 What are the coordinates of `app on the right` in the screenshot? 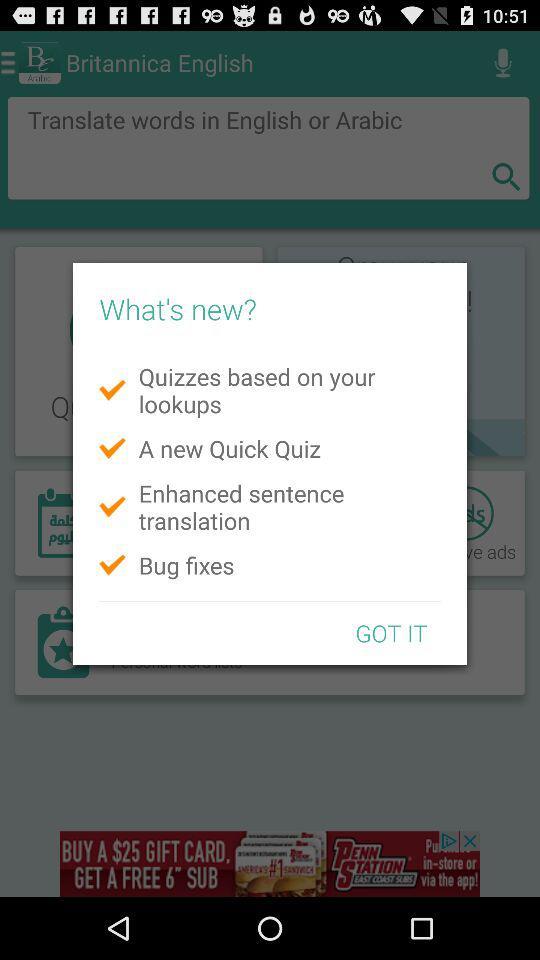 It's located at (391, 632).